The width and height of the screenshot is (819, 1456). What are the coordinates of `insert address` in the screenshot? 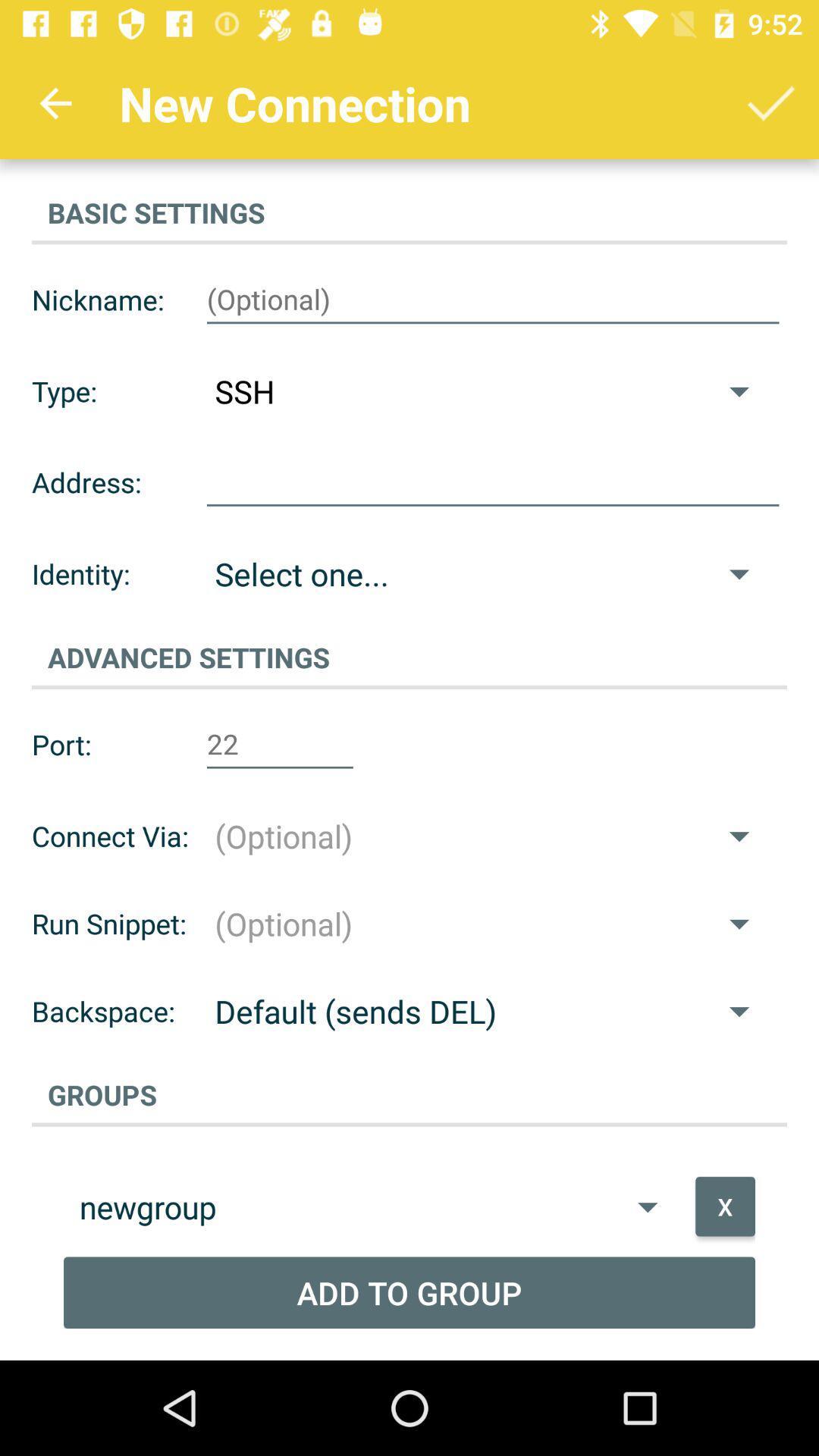 It's located at (493, 482).